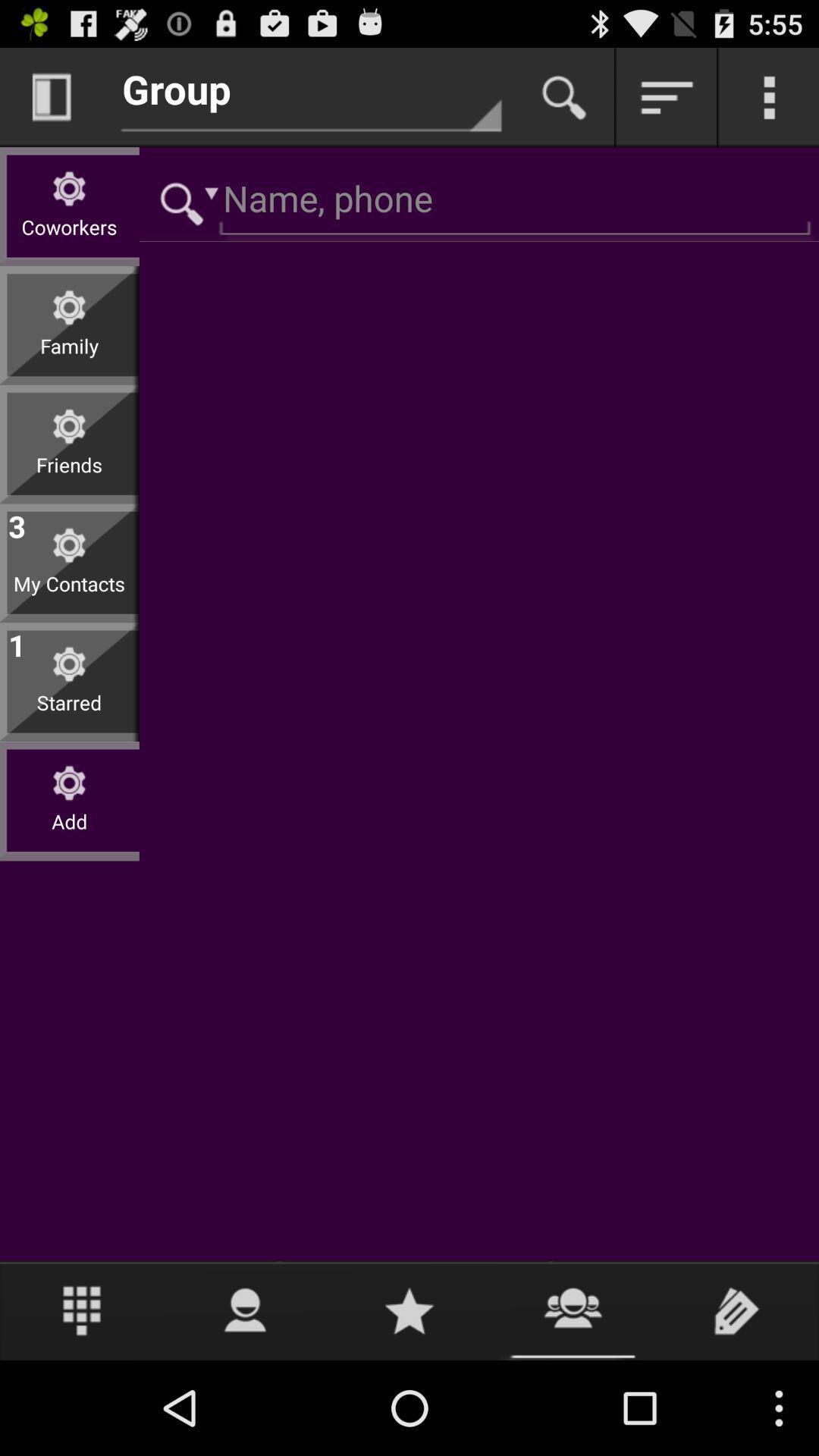 The image size is (819, 1456). Describe the element at coordinates (69, 475) in the screenshot. I see `friends icon` at that location.